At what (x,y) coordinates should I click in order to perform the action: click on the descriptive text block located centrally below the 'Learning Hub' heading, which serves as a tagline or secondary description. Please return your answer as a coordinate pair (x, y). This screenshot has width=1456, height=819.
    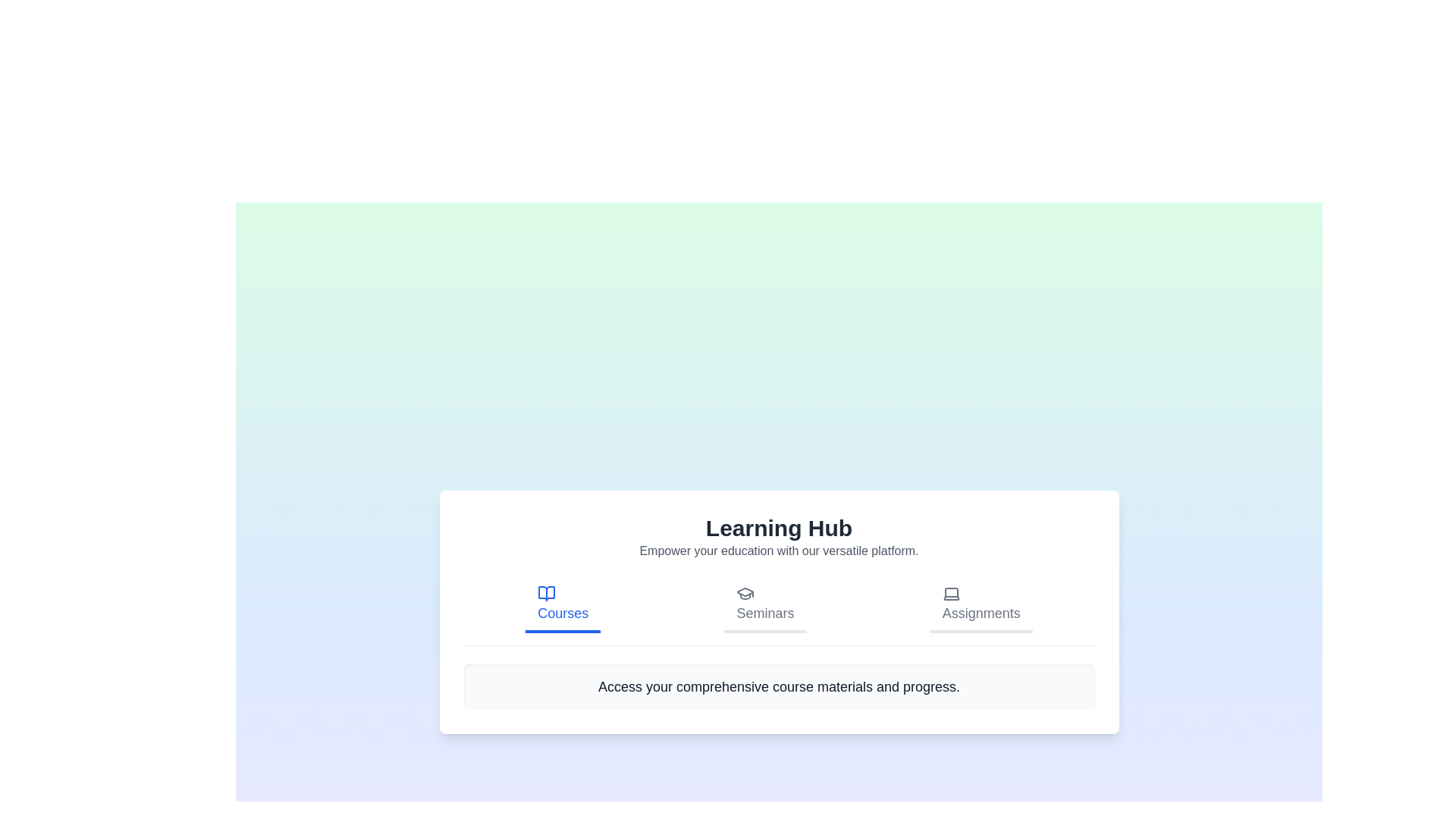
    Looking at the image, I should click on (779, 551).